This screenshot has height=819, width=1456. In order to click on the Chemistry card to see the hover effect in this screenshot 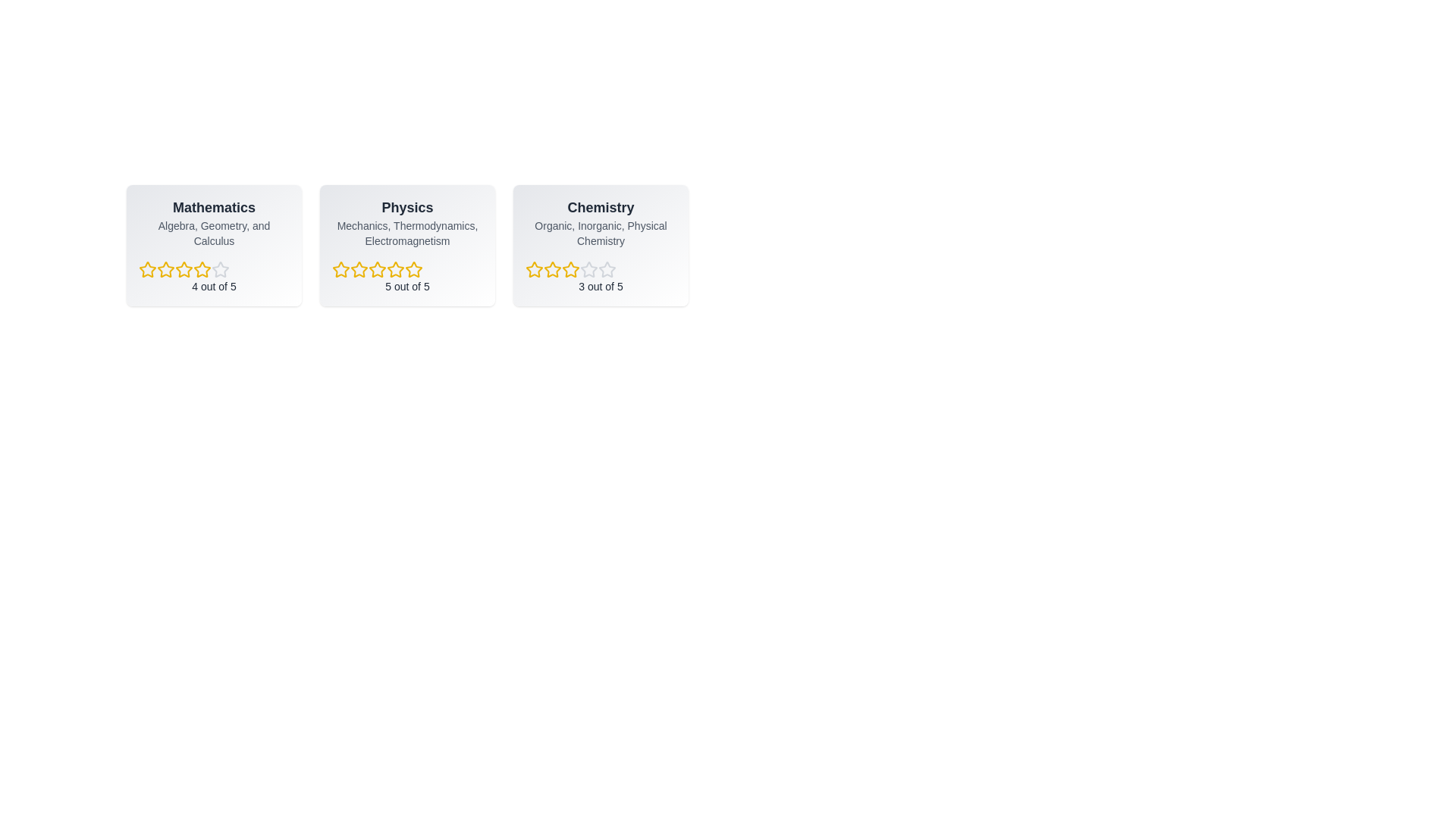, I will do `click(600, 245)`.